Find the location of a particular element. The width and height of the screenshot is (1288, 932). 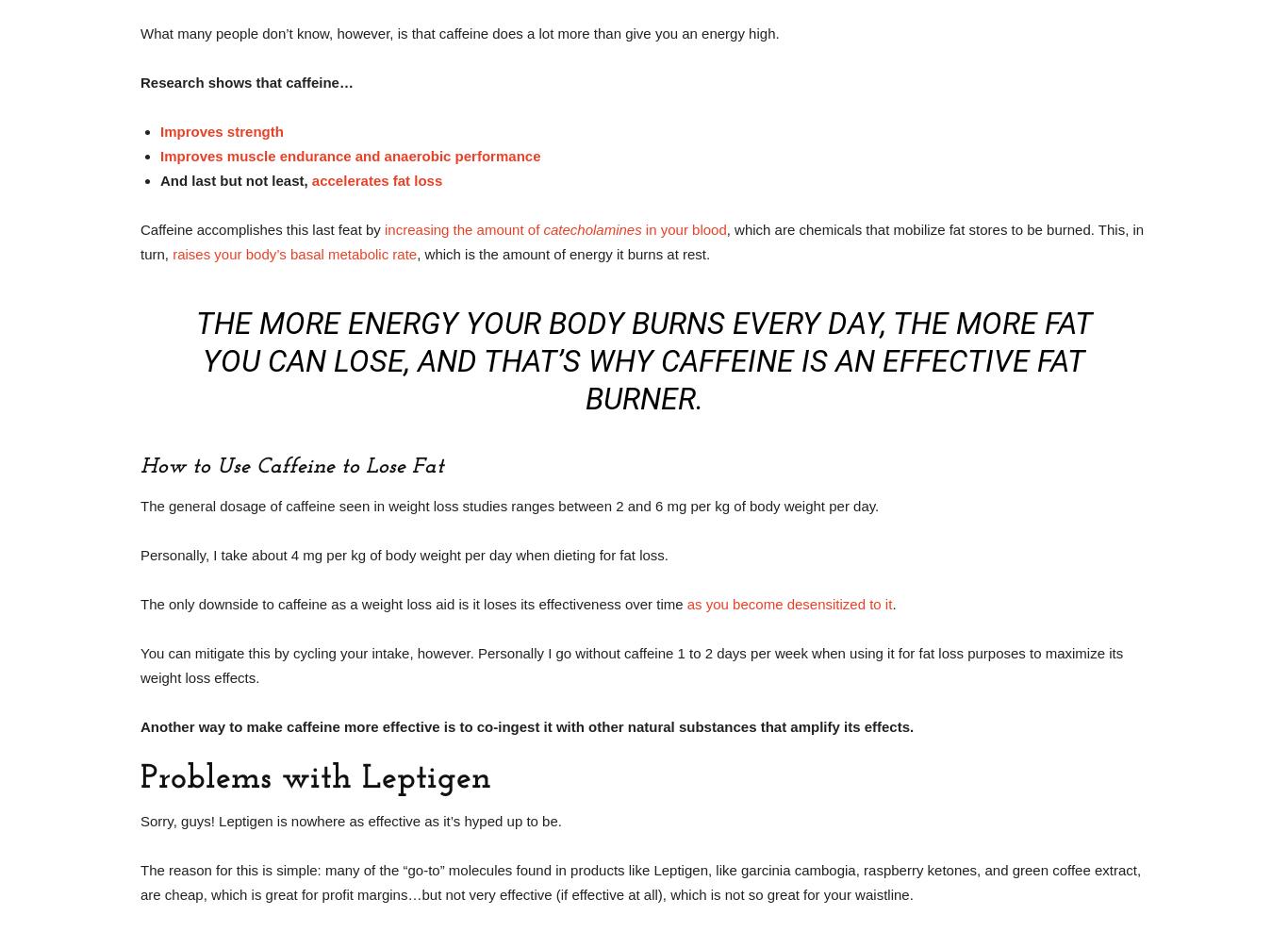

'raises your body’s basal metabolic rate' is located at coordinates (294, 253).